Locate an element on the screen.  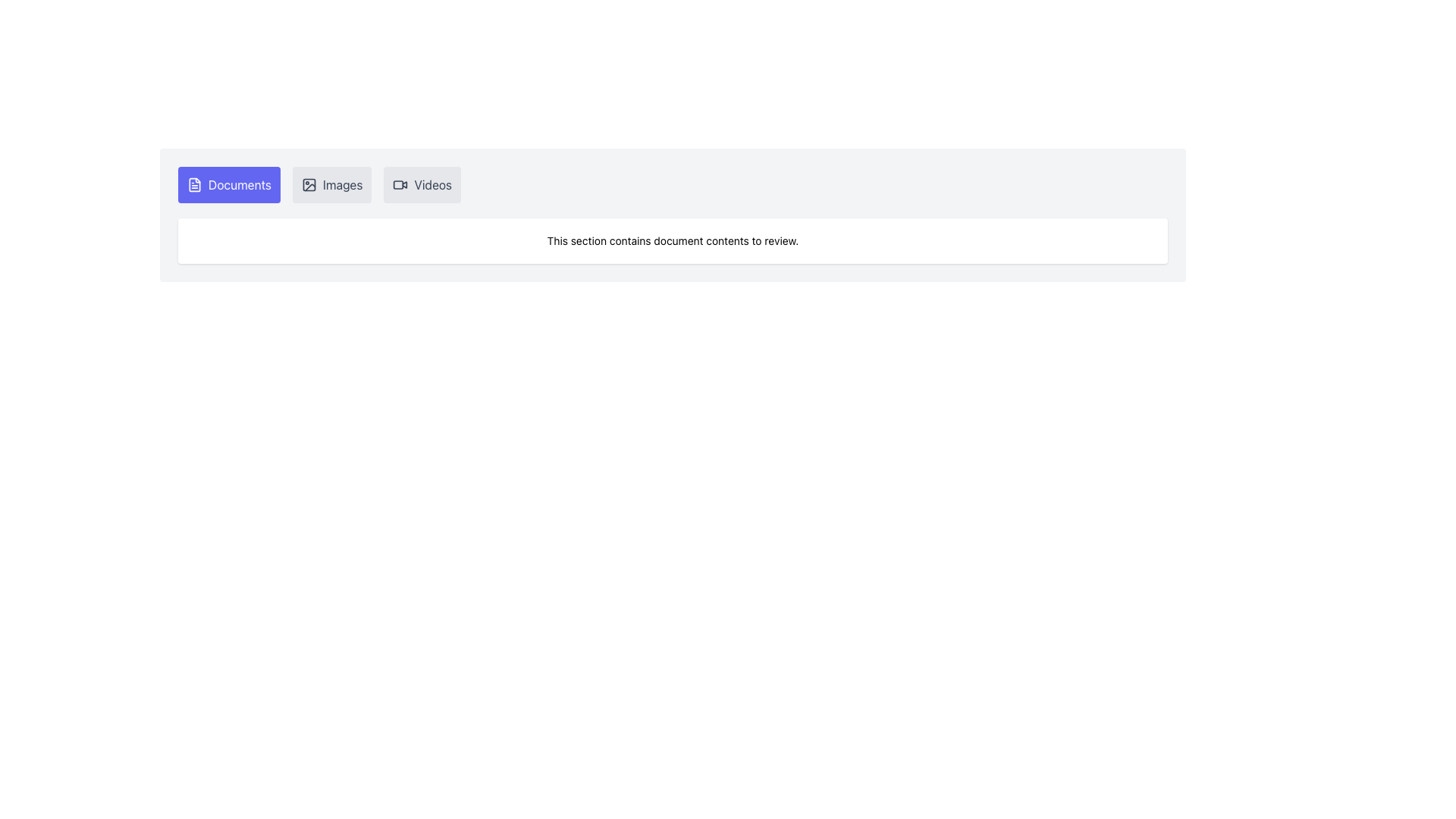
the non-interactive document icon located in the upper-left corner of the interface, which is the first icon in the 'Documents' tab group is located at coordinates (194, 184).